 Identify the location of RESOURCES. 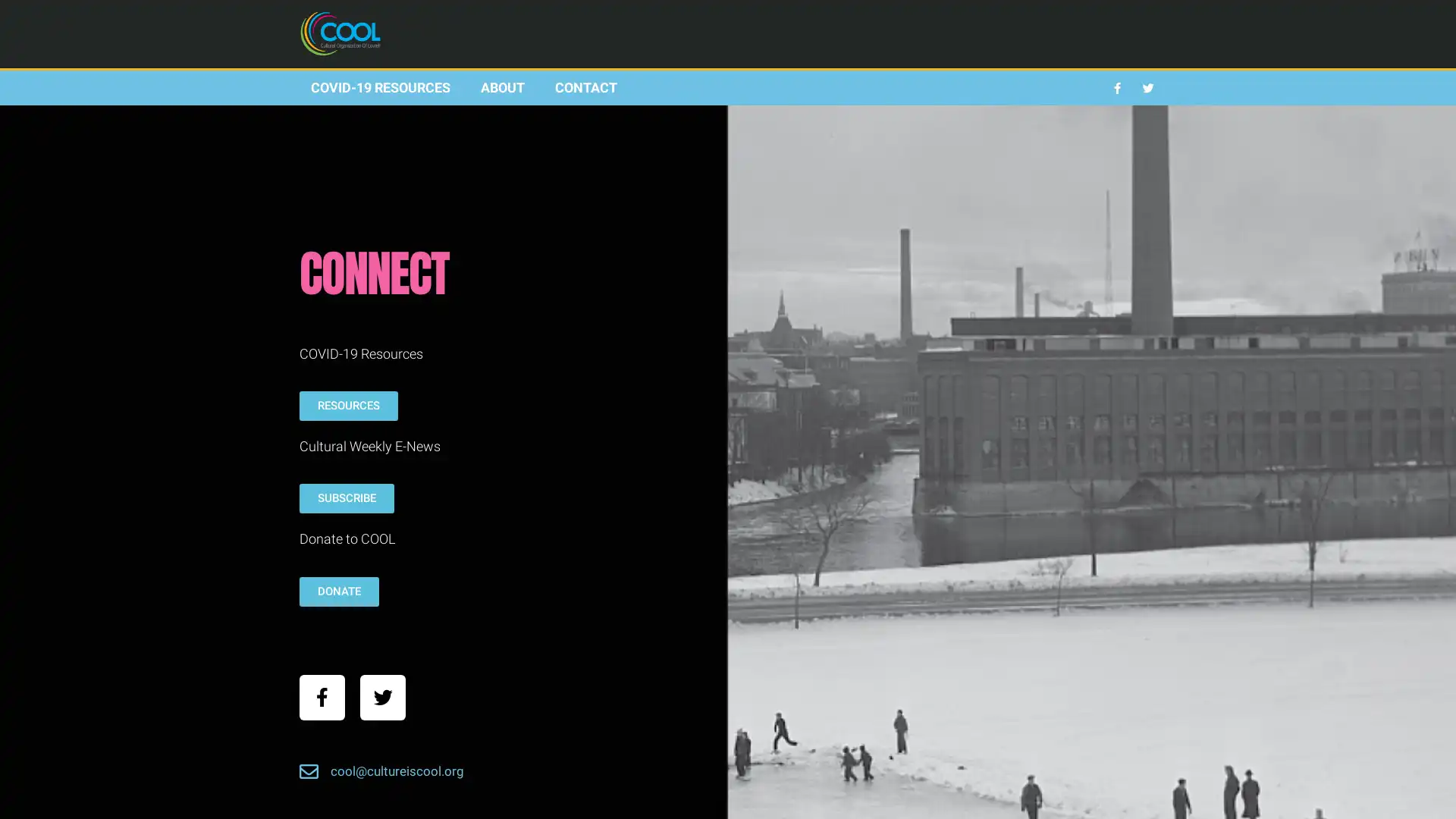
(348, 405).